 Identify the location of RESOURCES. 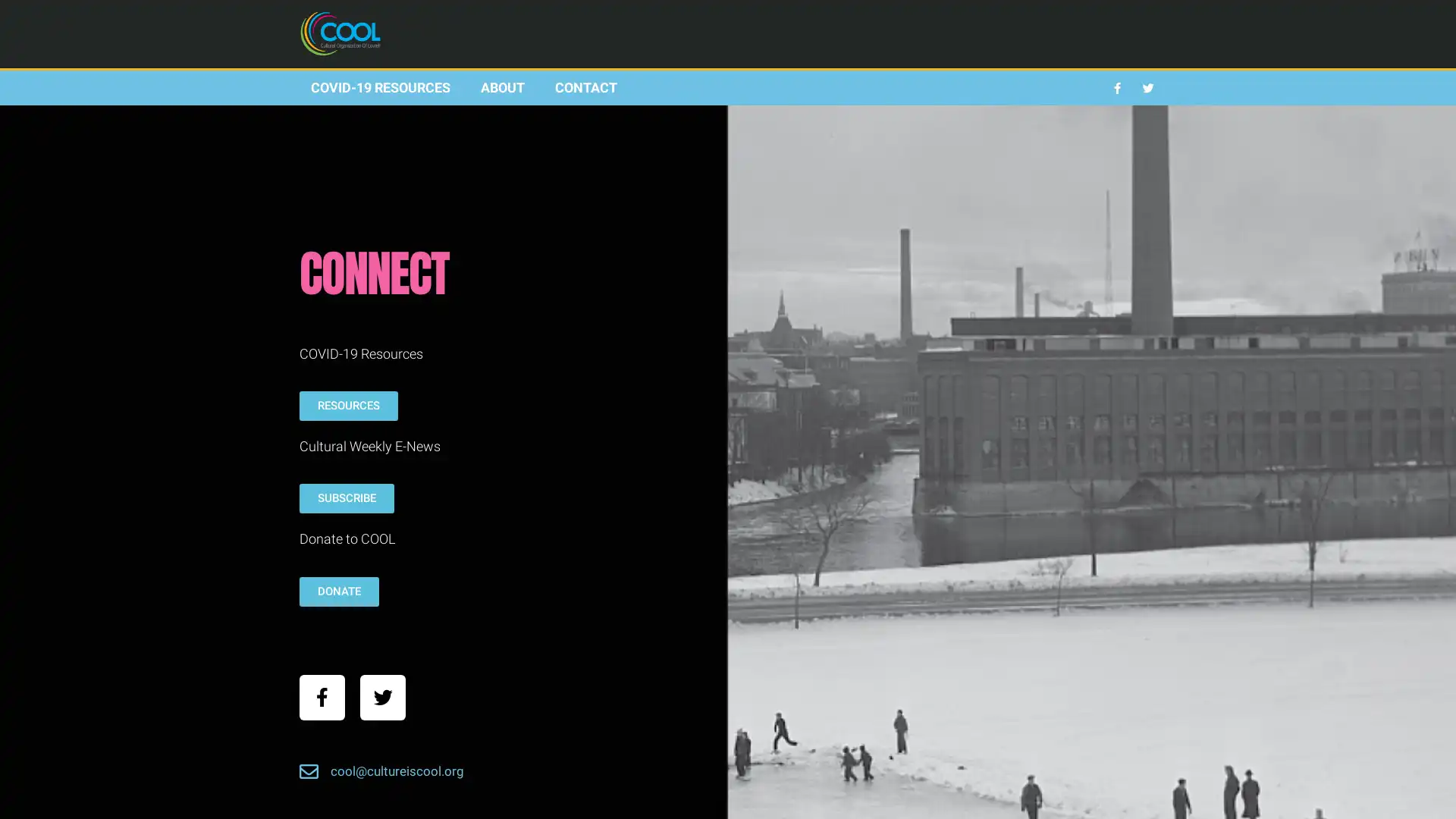
(348, 405).